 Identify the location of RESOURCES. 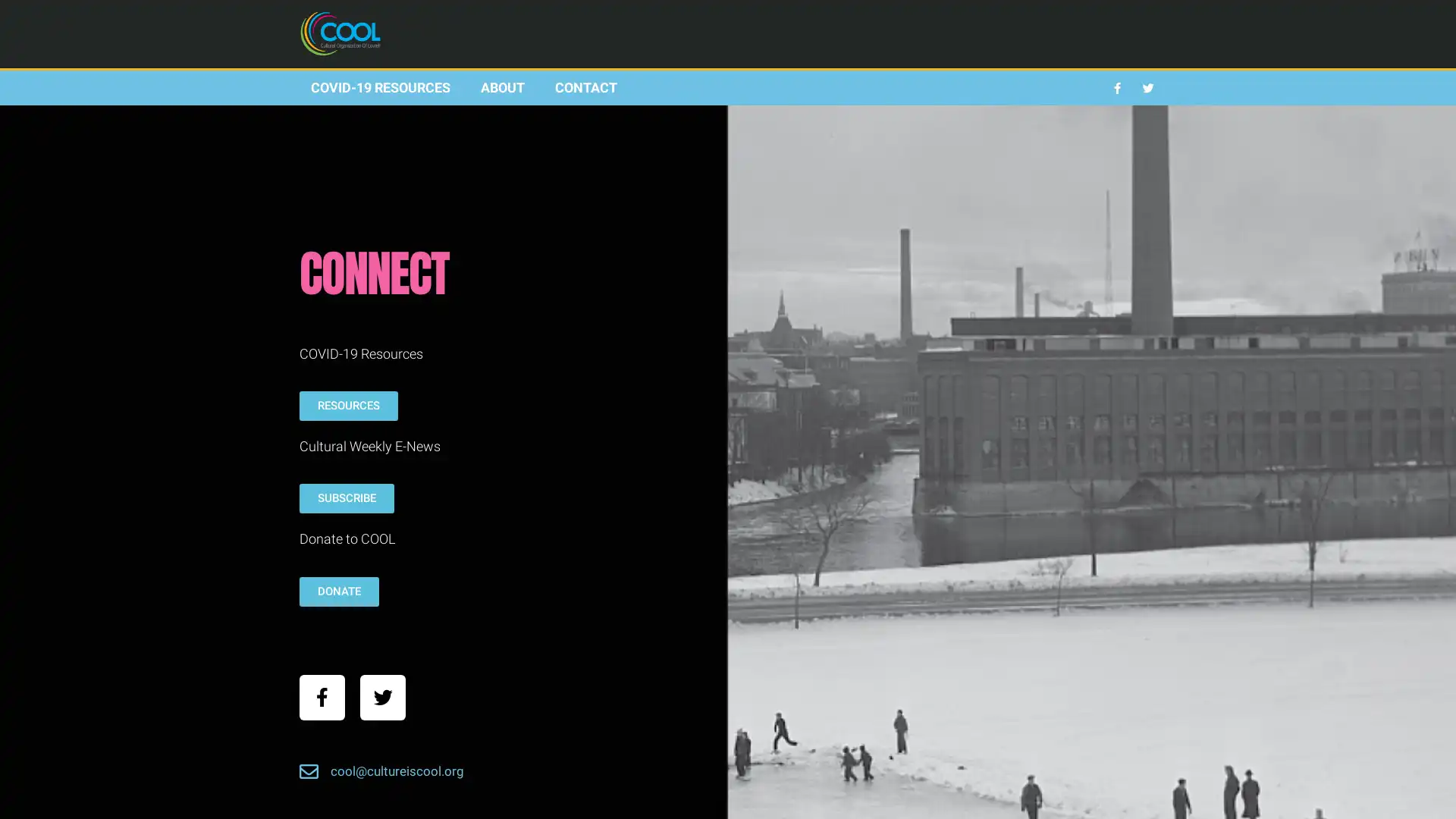
(348, 405).